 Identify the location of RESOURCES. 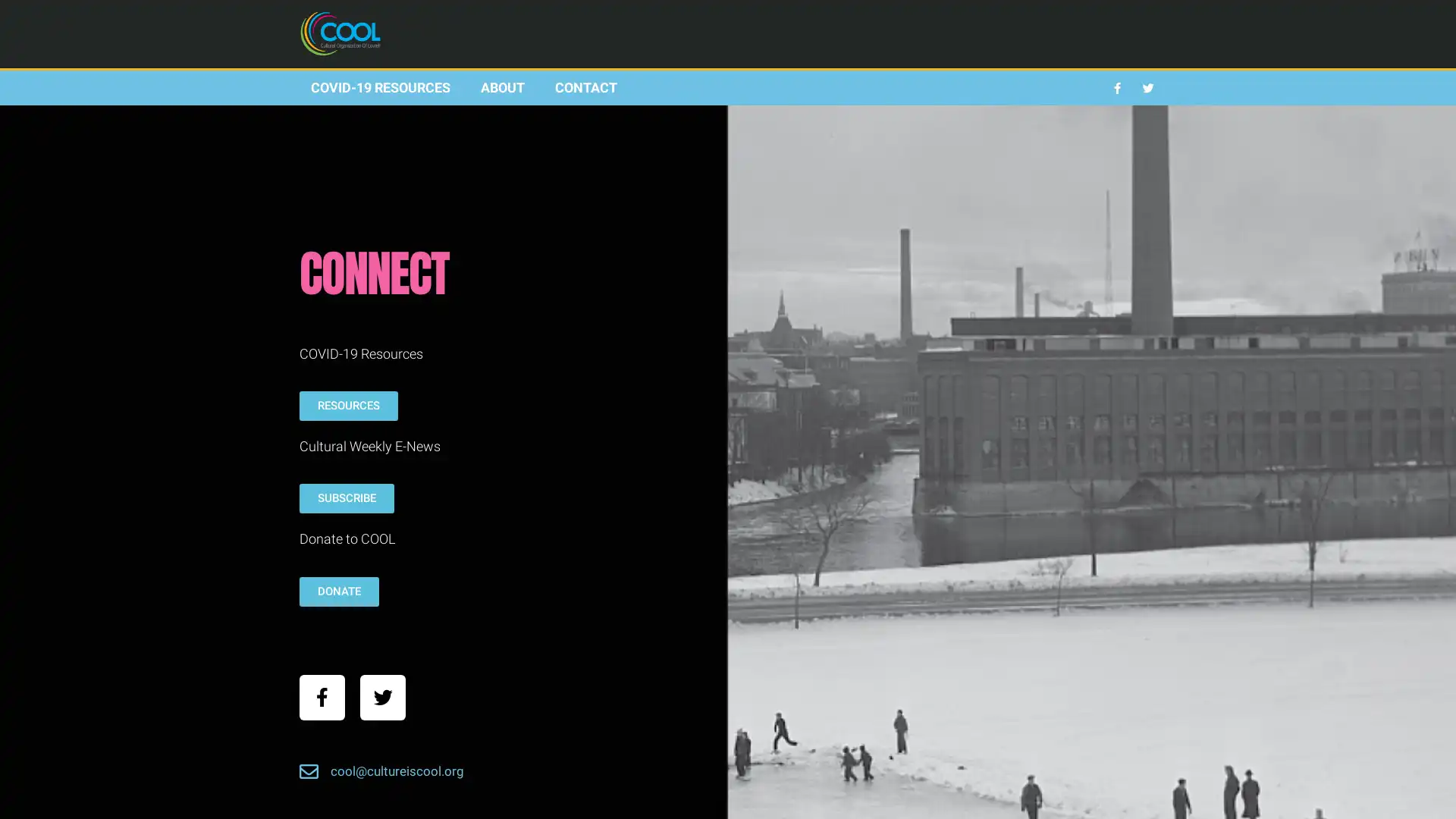
(348, 405).